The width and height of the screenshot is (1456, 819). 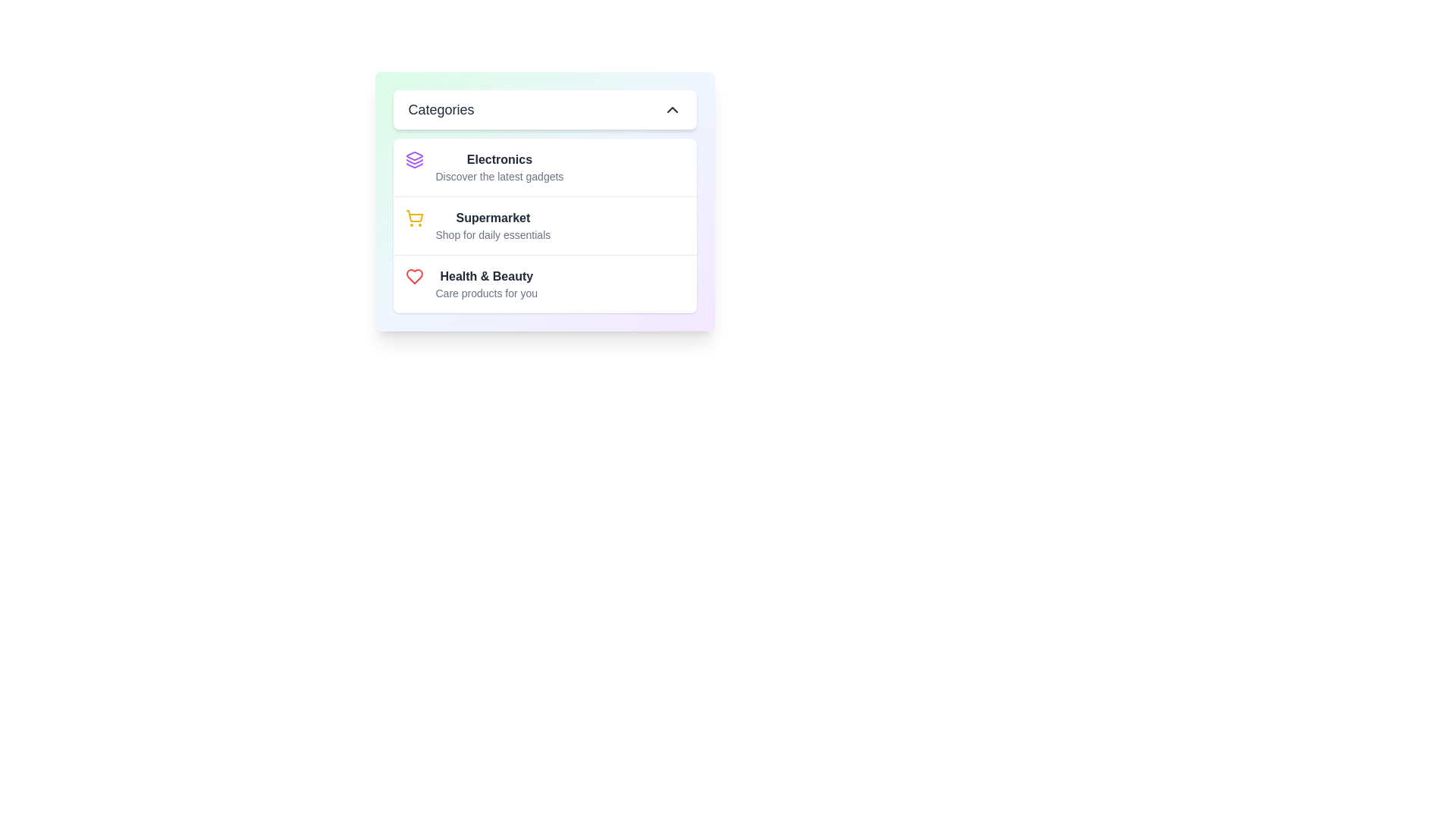 What do you see at coordinates (486, 277) in the screenshot?
I see `text content of the 'Health & Beauty' label located in the Categories section of the menu, which is displayed in a bold, dark gray font` at bounding box center [486, 277].